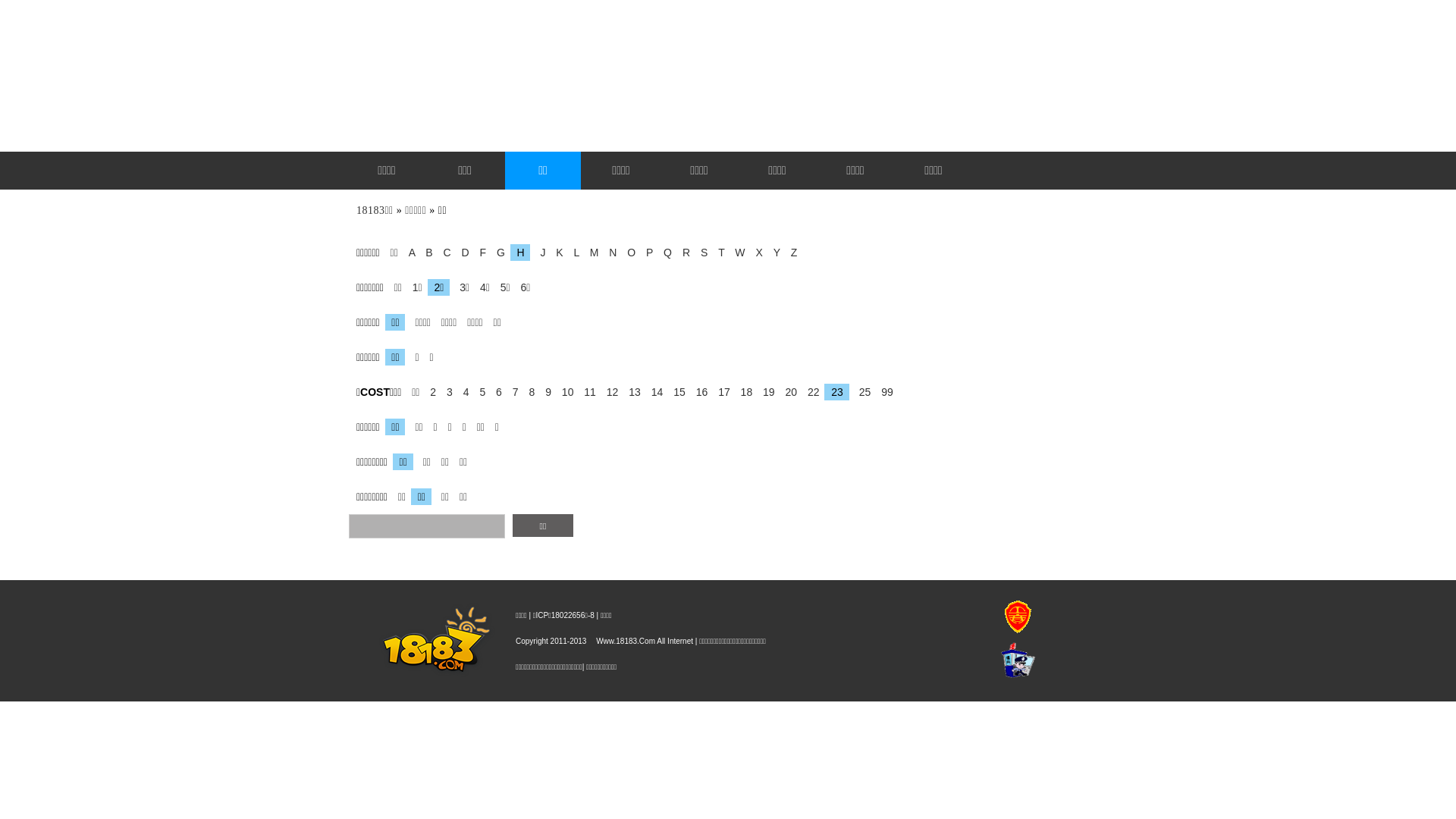  What do you see at coordinates (589, 251) in the screenshot?
I see `'M'` at bounding box center [589, 251].